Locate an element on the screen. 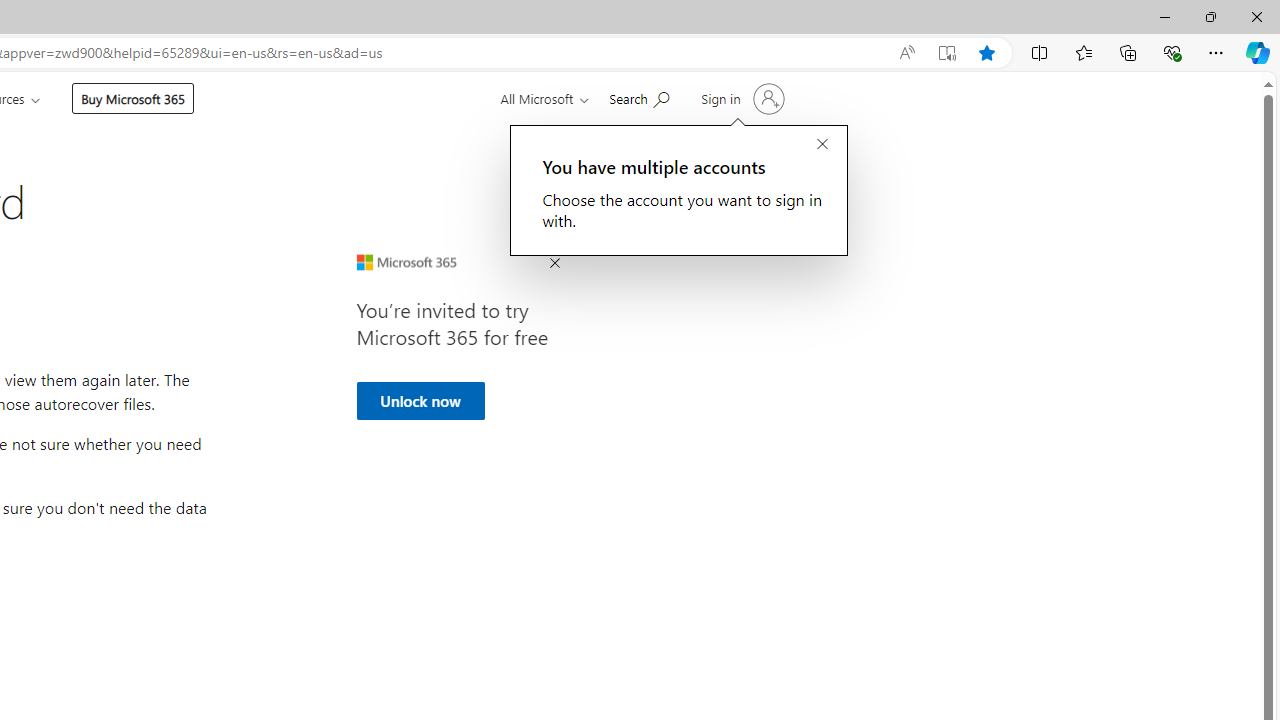 The image size is (1280, 720). 'Read aloud this page (Ctrl+Shift+U)' is located at coordinates (905, 52).